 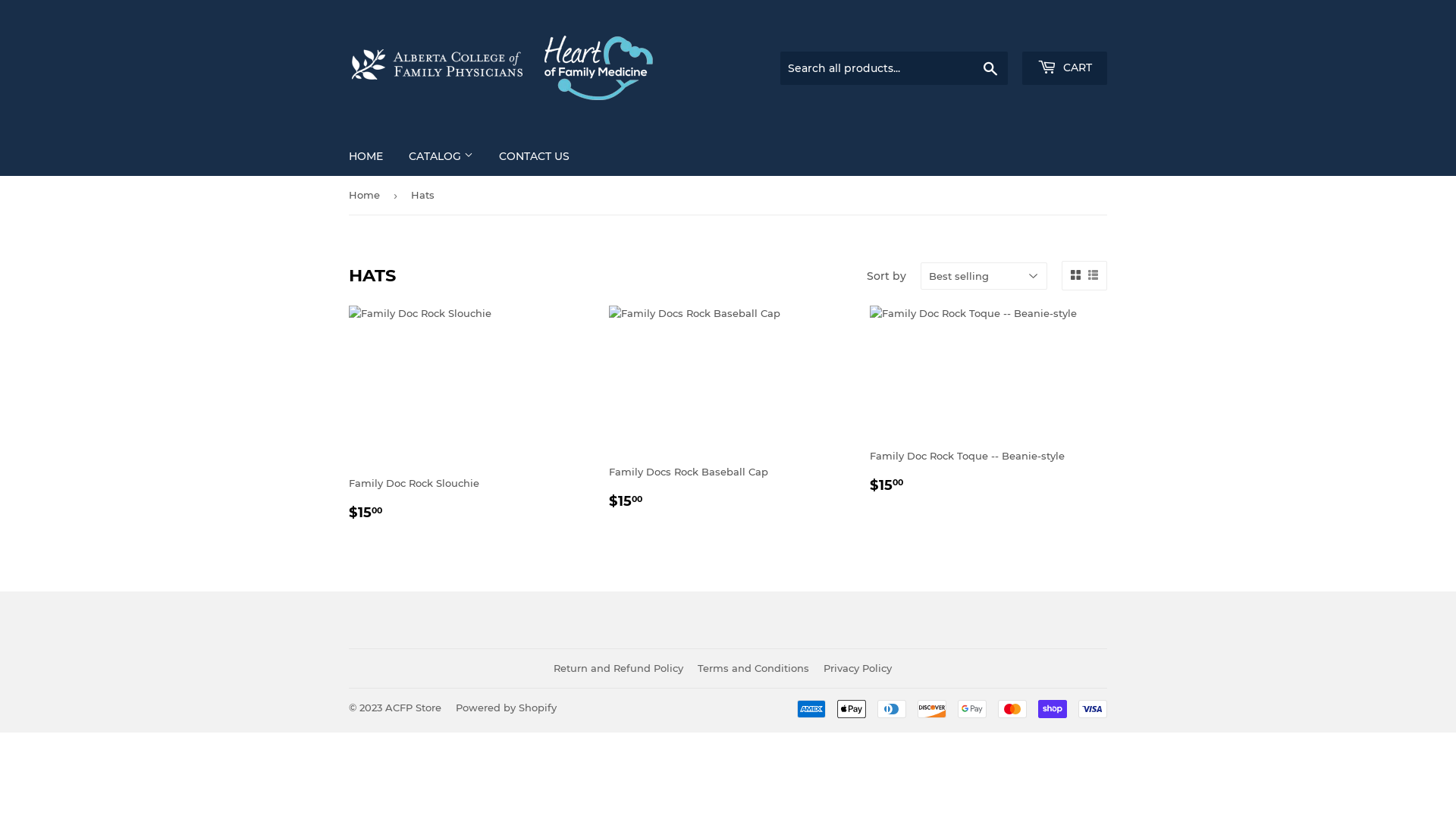 I want to click on 'Home', so click(x=348, y=194).